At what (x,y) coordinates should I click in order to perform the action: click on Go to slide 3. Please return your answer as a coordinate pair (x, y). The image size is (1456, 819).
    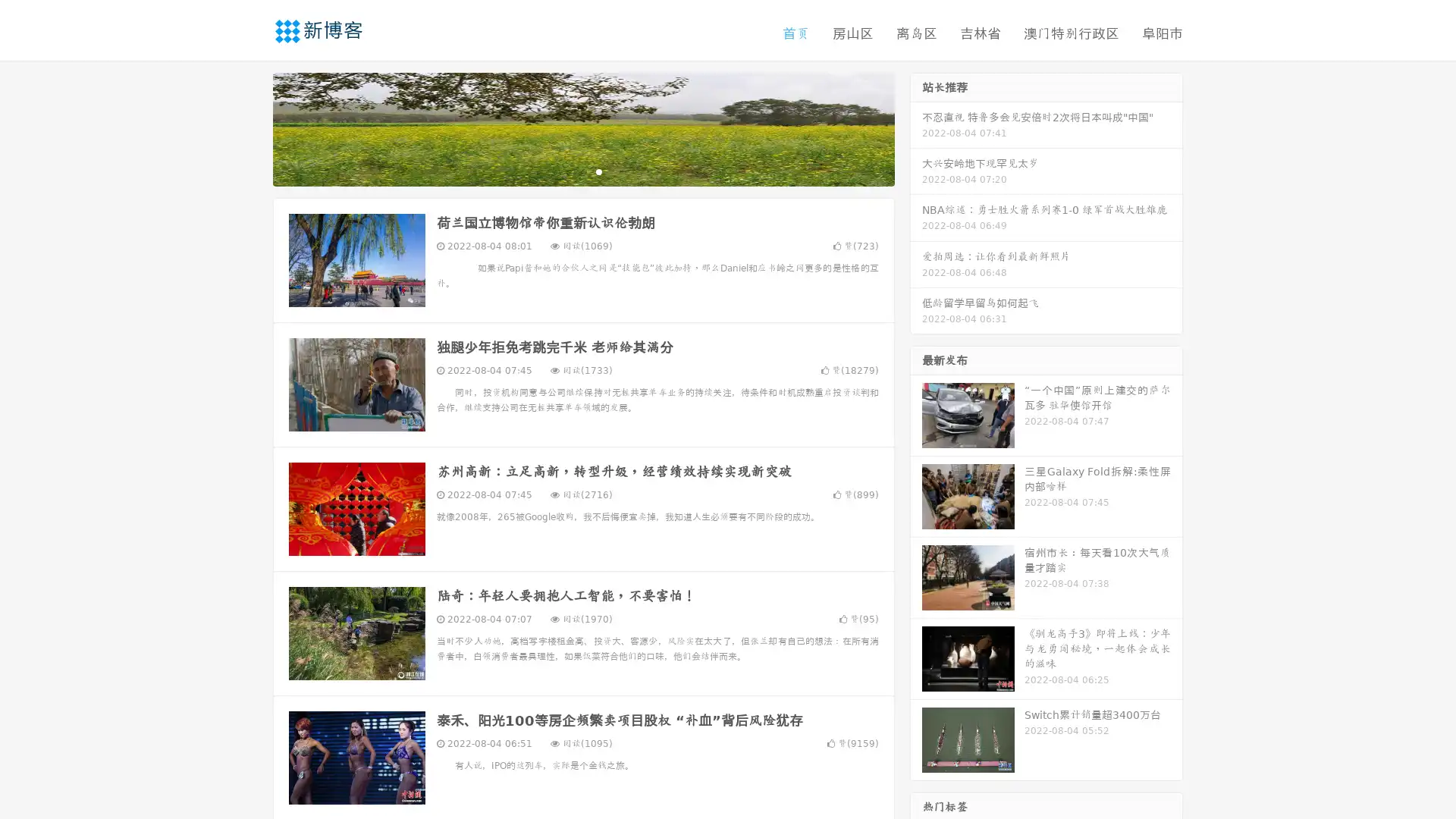
    Looking at the image, I should click on (598, 171).